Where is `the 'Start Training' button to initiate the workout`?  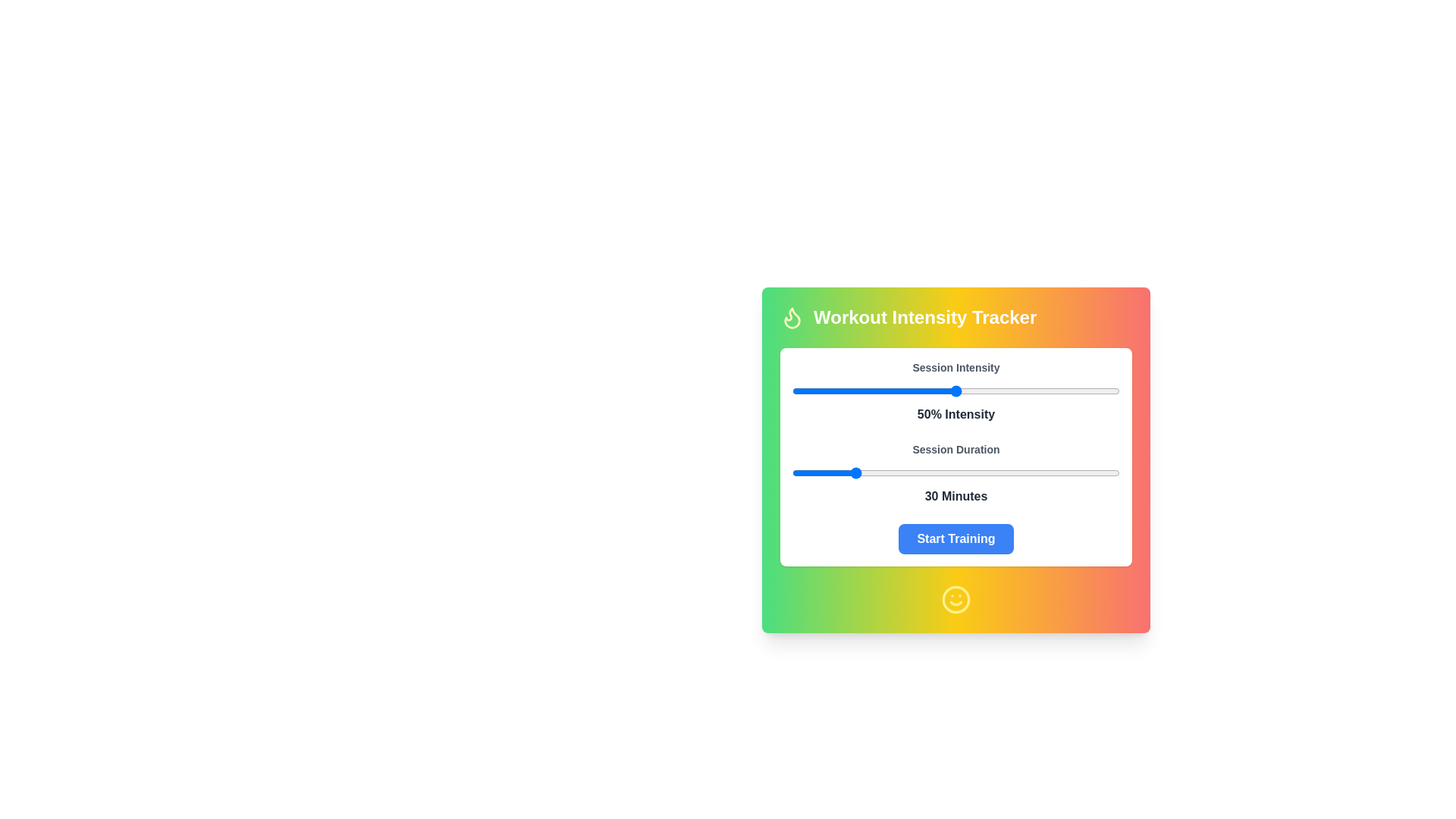 the 'Start Training' button to initiate the workout is located at coordinates (955, 538).